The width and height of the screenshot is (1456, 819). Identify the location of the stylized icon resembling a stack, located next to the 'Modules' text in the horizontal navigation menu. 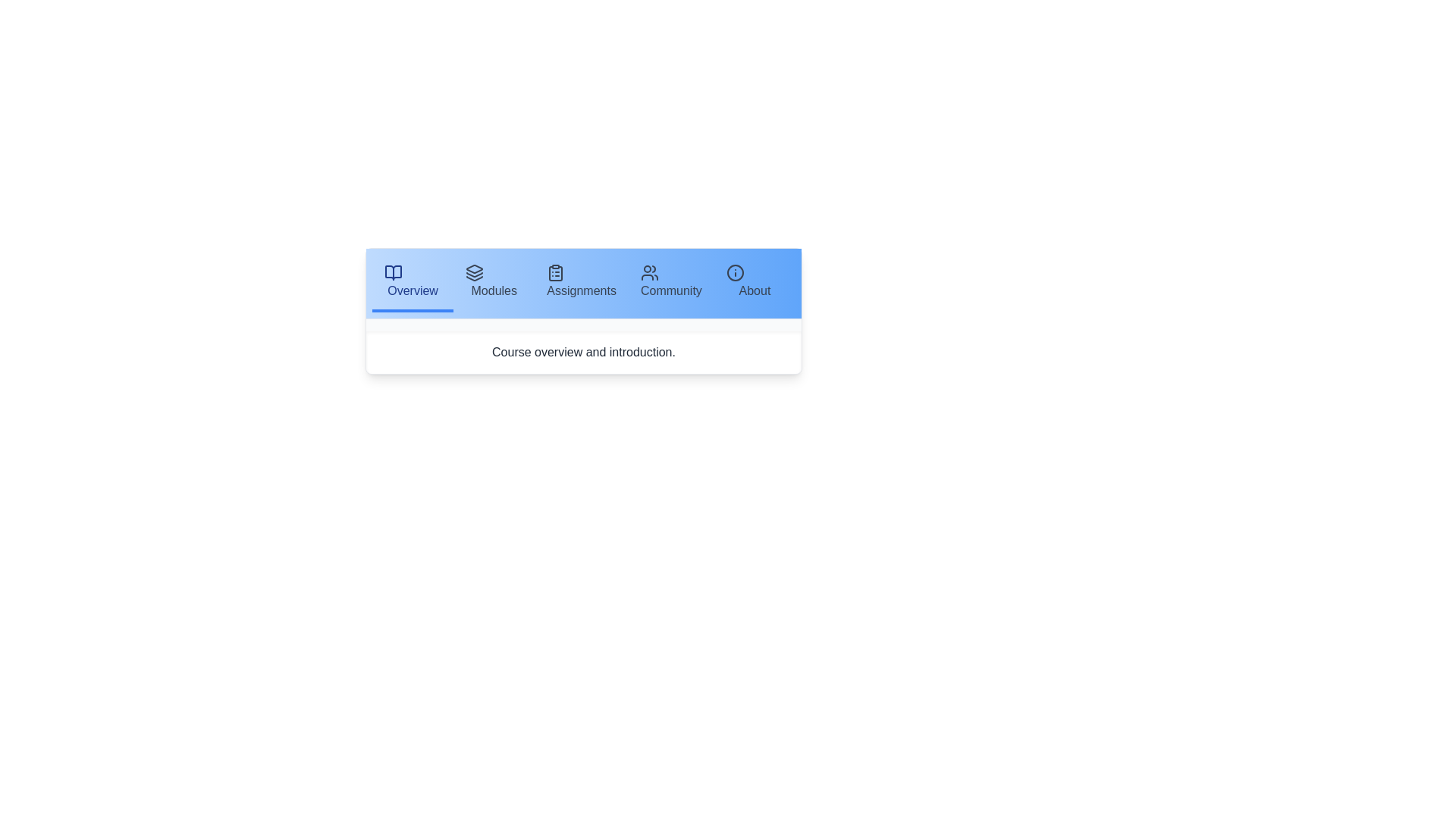
(474, 271).